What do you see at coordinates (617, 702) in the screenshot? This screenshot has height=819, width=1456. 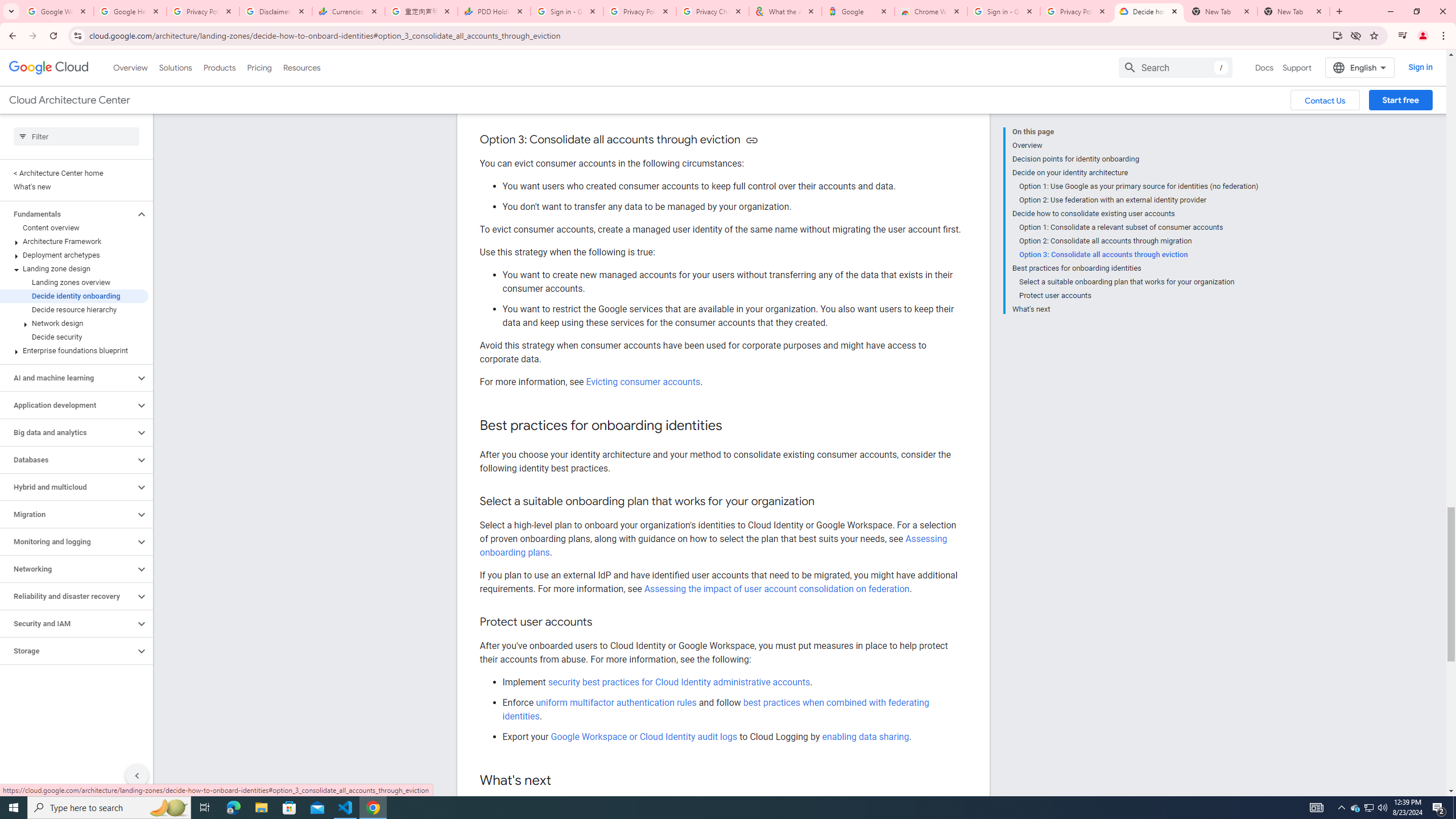 I see `'uniform multifactor authentication rules '` at bounding box center [617, 702].